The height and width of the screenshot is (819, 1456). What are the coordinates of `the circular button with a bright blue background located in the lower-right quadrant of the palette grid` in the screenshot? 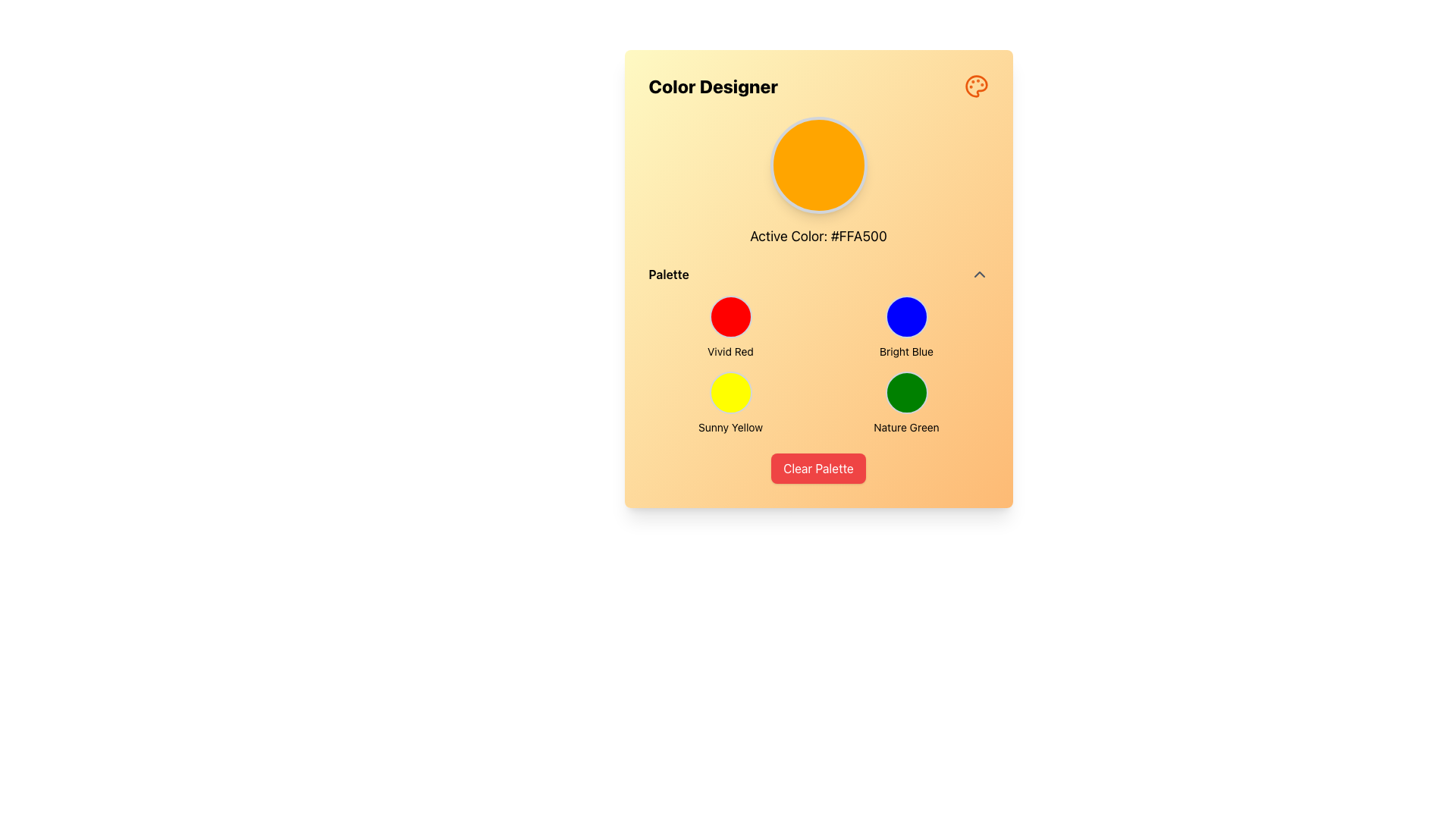 It's located at (906, 315).